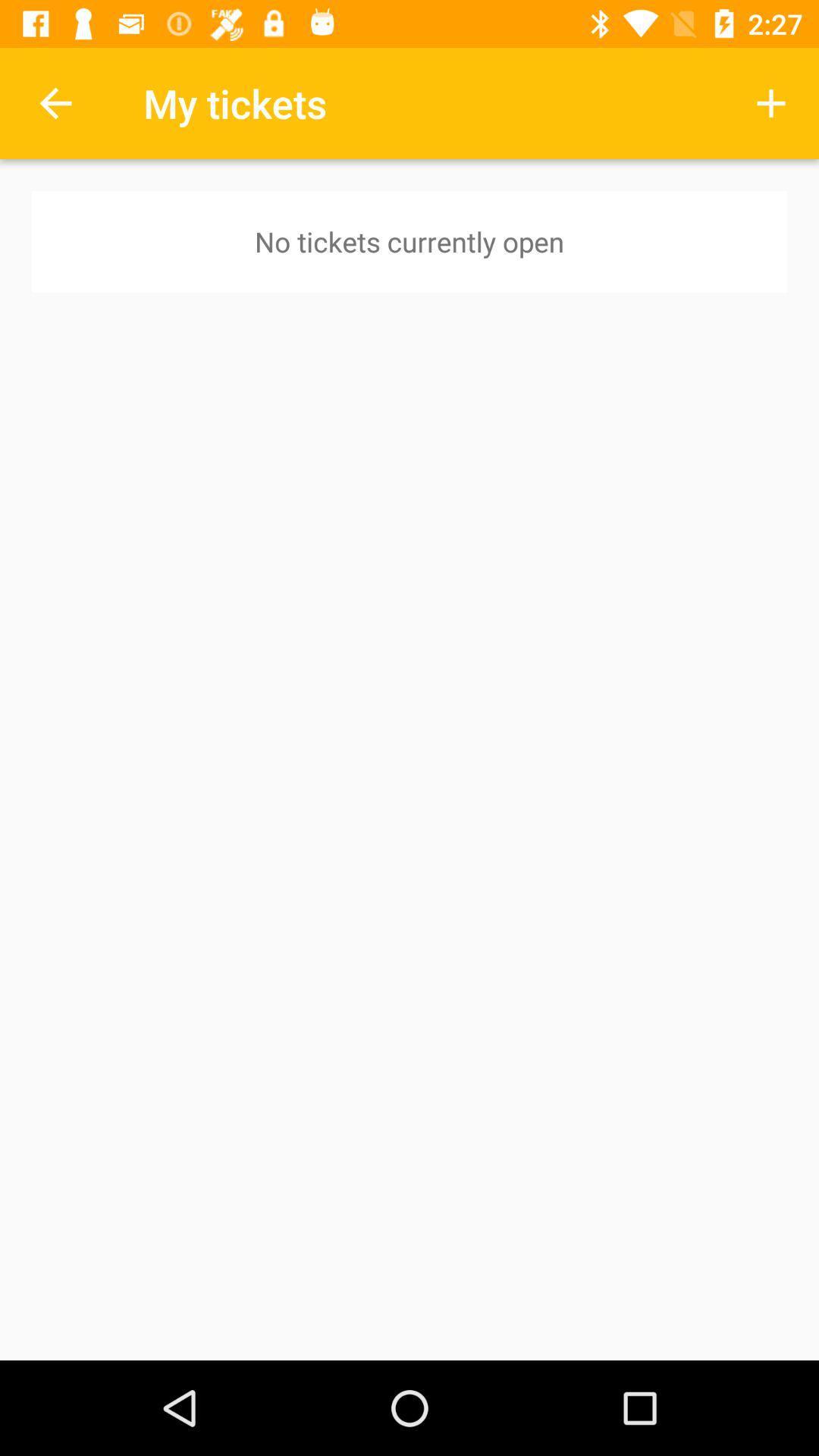 The height and width of the screenshot is (1456, 819). What do you see at coordinates (55, 102) in the screenshot?
I see `item above no tickets currently icon` at bounding box center [55, 102].